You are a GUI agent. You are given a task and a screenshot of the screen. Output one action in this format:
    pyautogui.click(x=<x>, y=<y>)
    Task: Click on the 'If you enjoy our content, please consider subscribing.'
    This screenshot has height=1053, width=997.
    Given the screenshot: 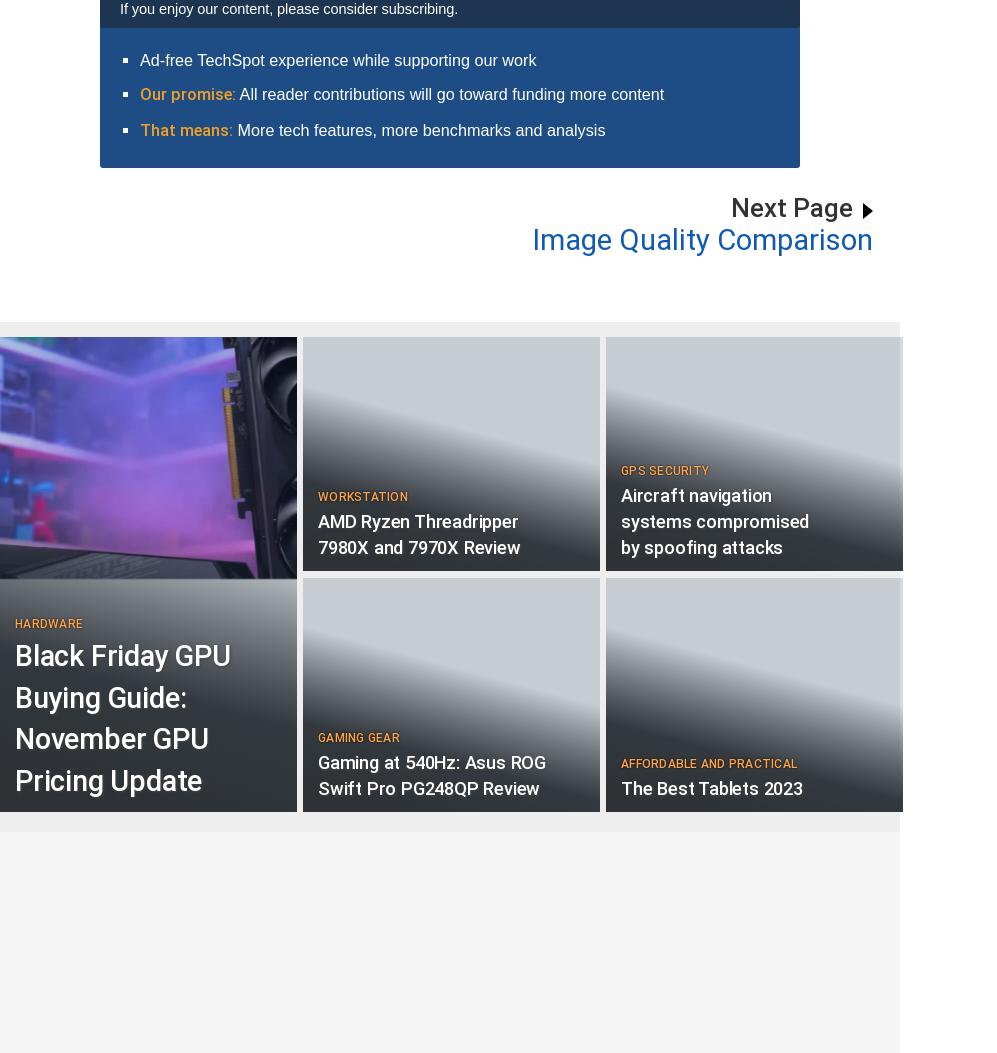 What is the action you would take?
    pyautogui.click(x=120, y=8)
    